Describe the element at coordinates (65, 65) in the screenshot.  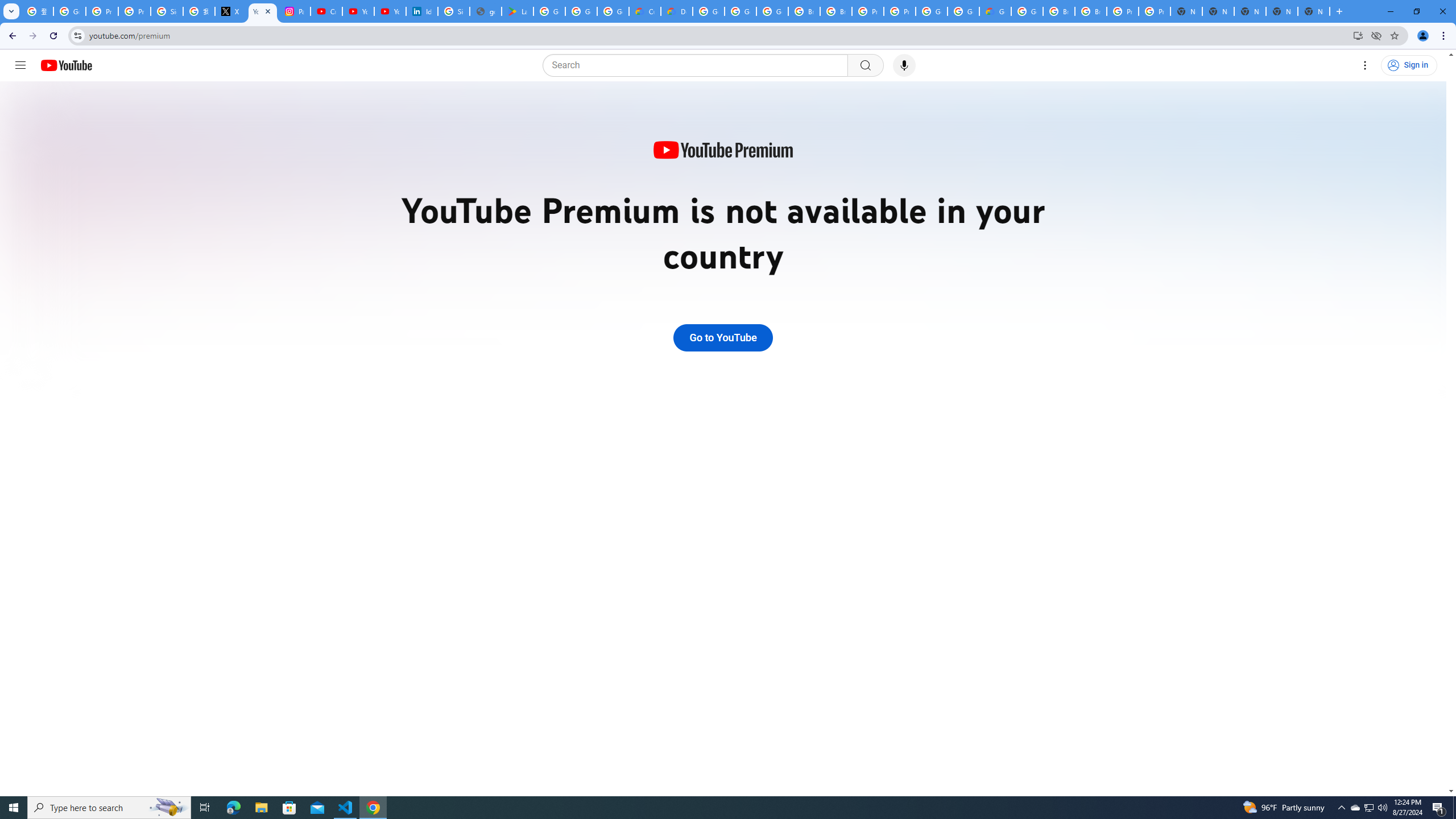
I see `'YouTube Home'` at that location.